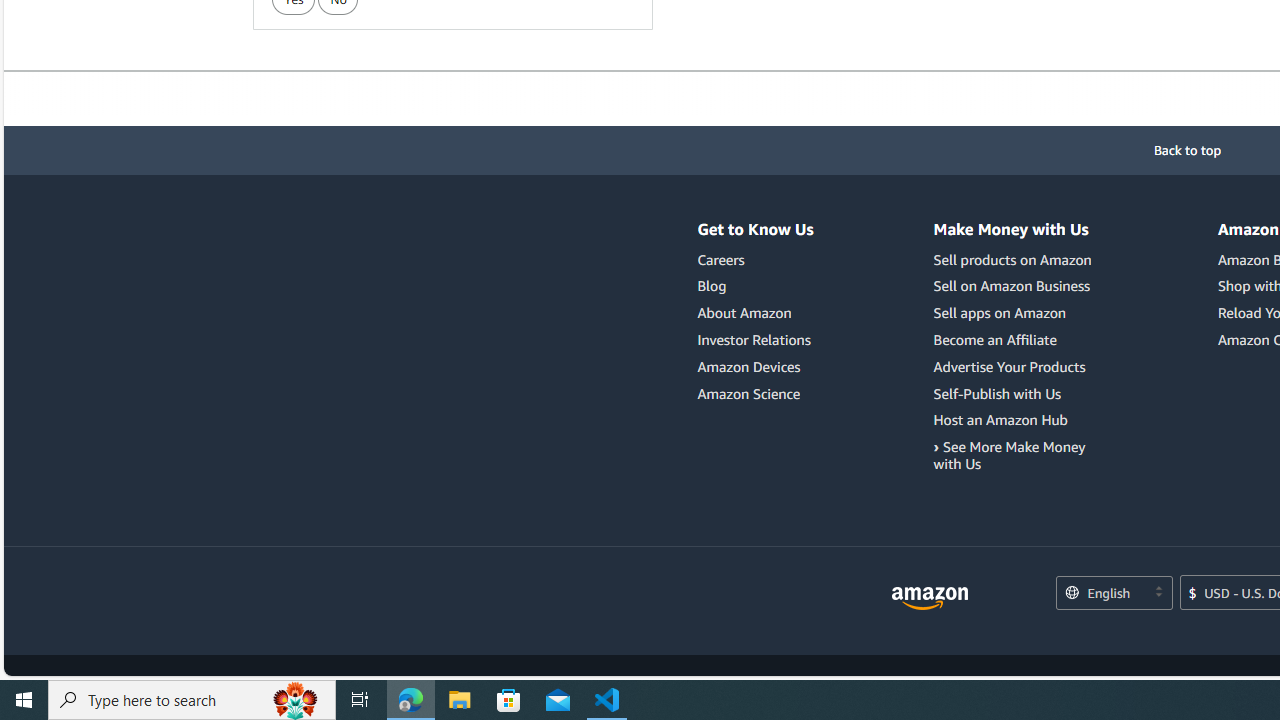  Describe the element at coordinates (1015, 313) in the screenshot. I see `'Sell apps on Amazon'` at that location.